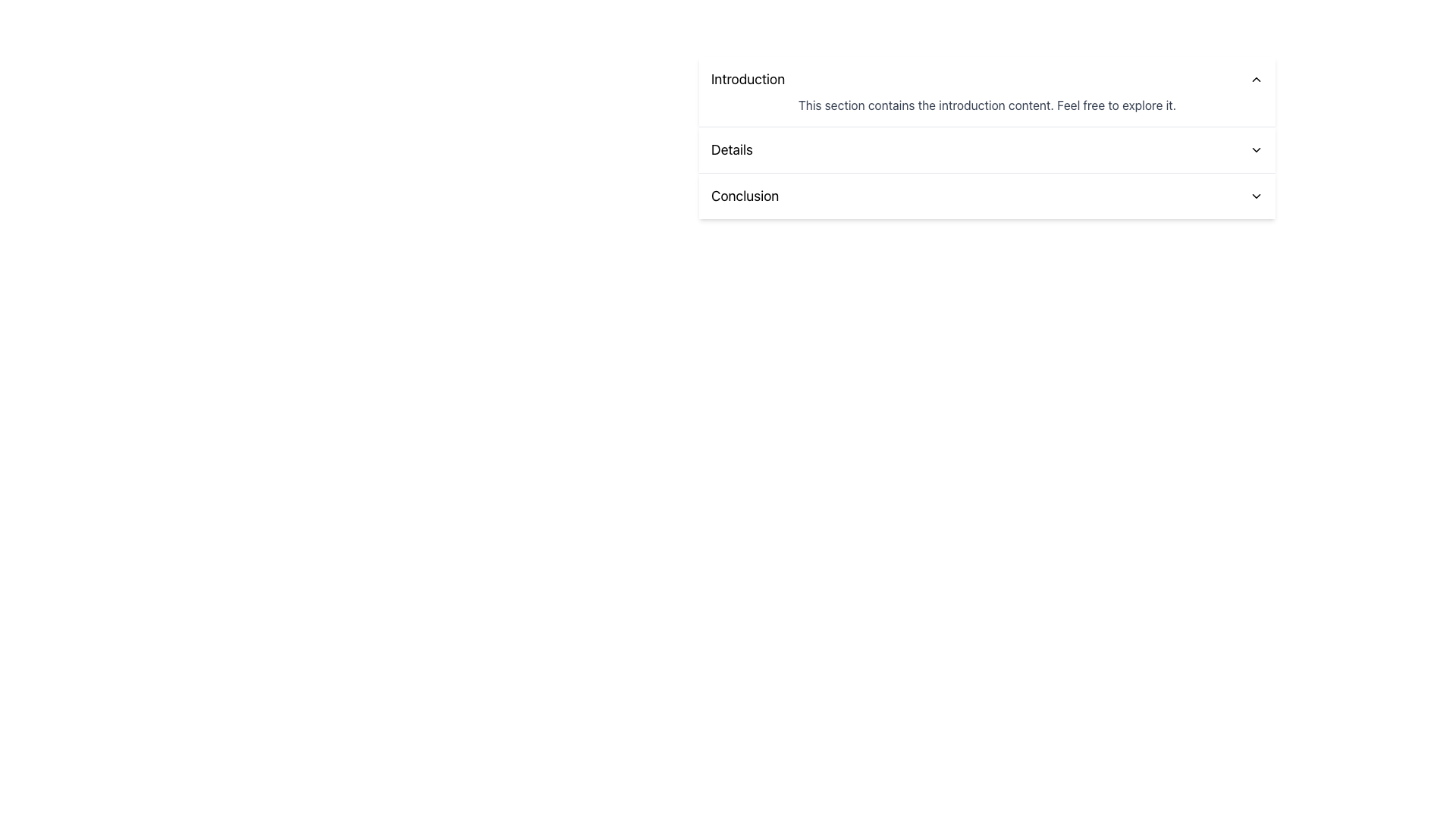 Image resolution: width=1456 pixels, height=819 pixels. What do you see at coordinates (1256, 195) in the screenshot?
I see `the Chevron Icon, which is a downward-pointing arrow located on the far right of the 'Conclusion' section, vertically aligned with the text` at bounding box center [1256, 195].